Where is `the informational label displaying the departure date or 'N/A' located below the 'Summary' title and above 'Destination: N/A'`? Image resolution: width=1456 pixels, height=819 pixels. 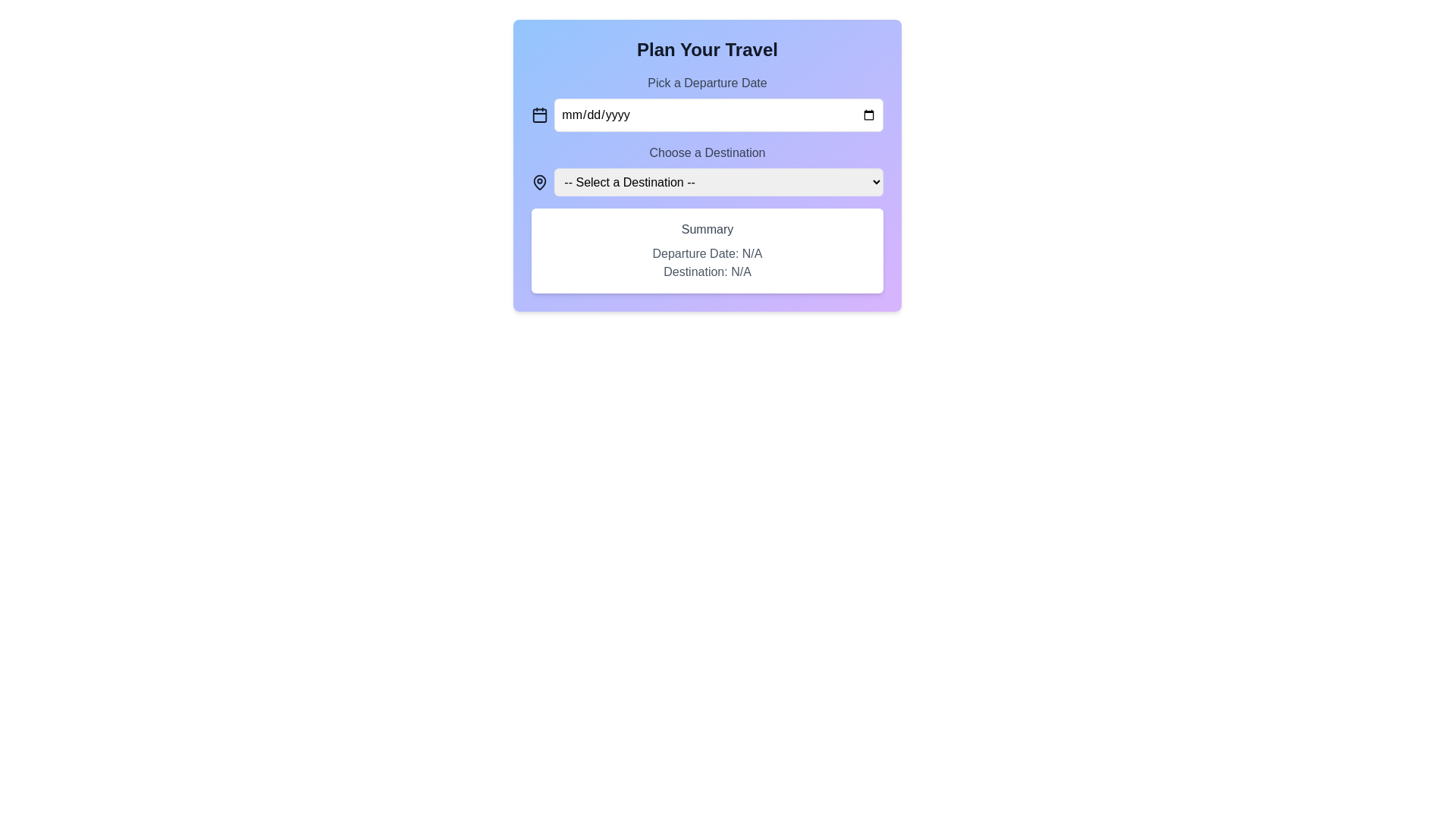
the informational label displaying the departure date or 'N/A' located below the 'Summary' title and above 'Destination: N/A' is located at coordinates (706, 253).